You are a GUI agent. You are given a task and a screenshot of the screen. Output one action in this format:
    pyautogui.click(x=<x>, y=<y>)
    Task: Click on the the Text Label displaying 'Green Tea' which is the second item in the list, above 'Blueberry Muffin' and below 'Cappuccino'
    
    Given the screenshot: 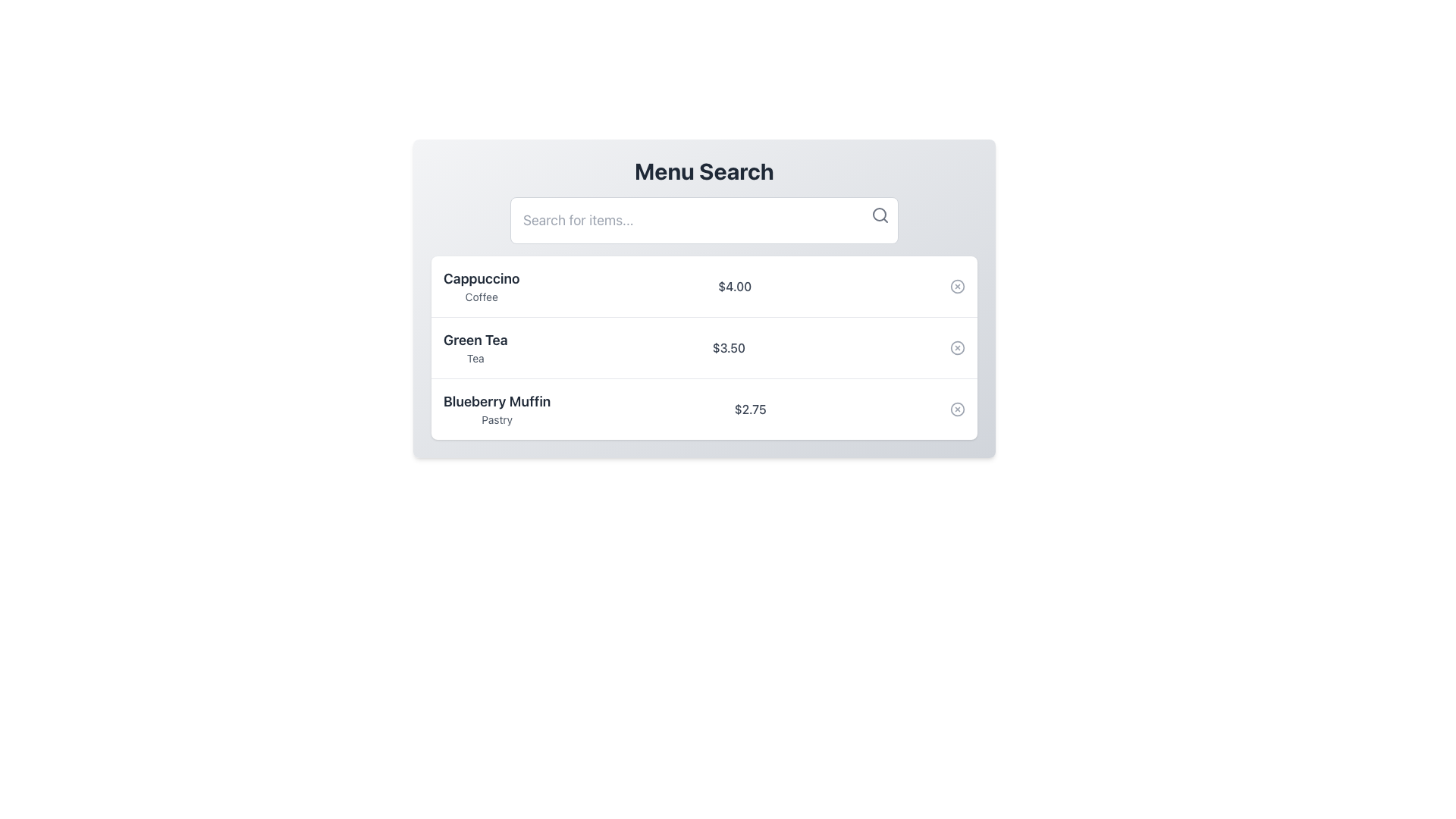 What is the action you would take?
    pyautogui.click(x=475, y=348)
    